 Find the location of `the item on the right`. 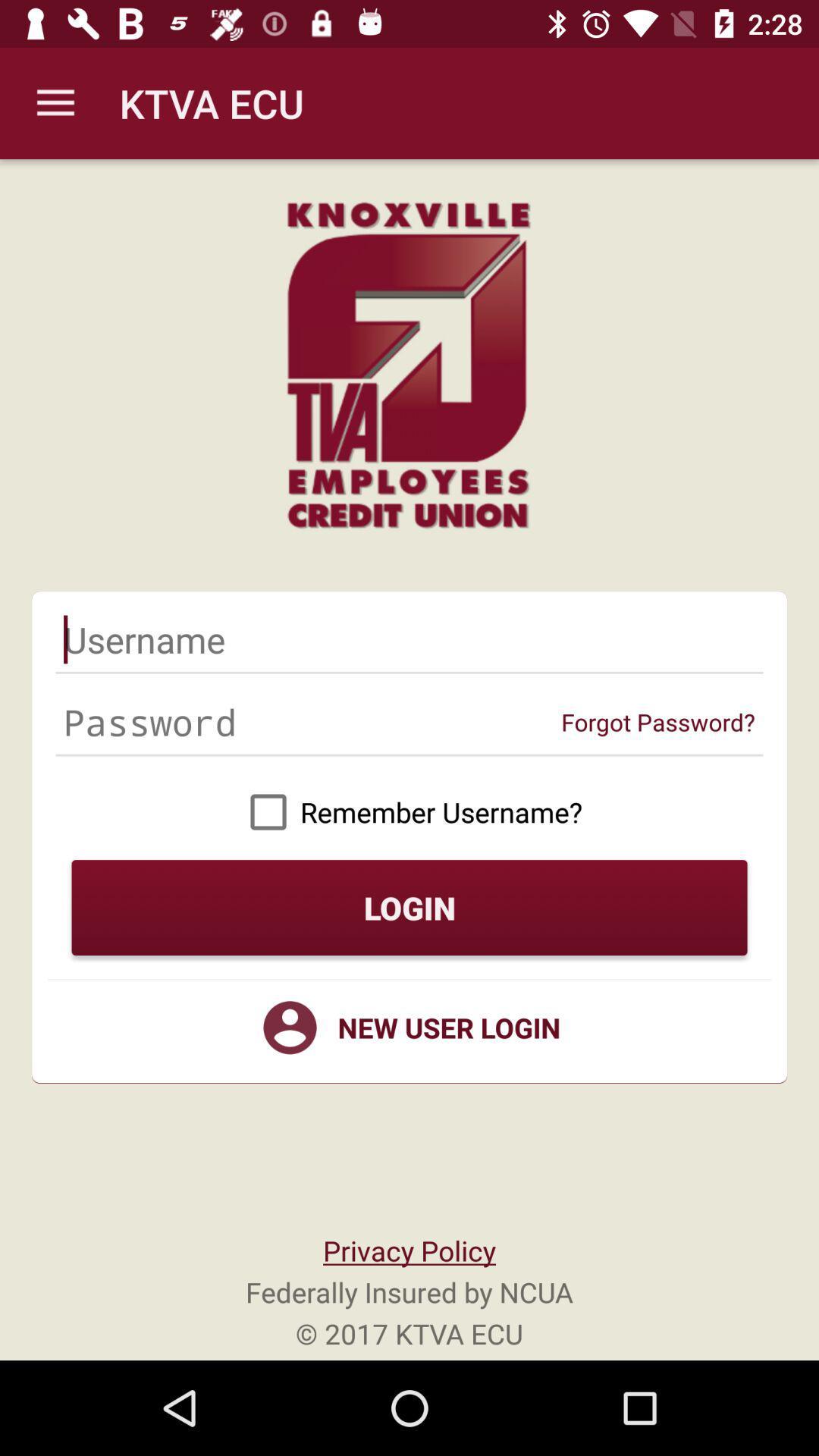

the item on the right is located at coordinates (657, 721).